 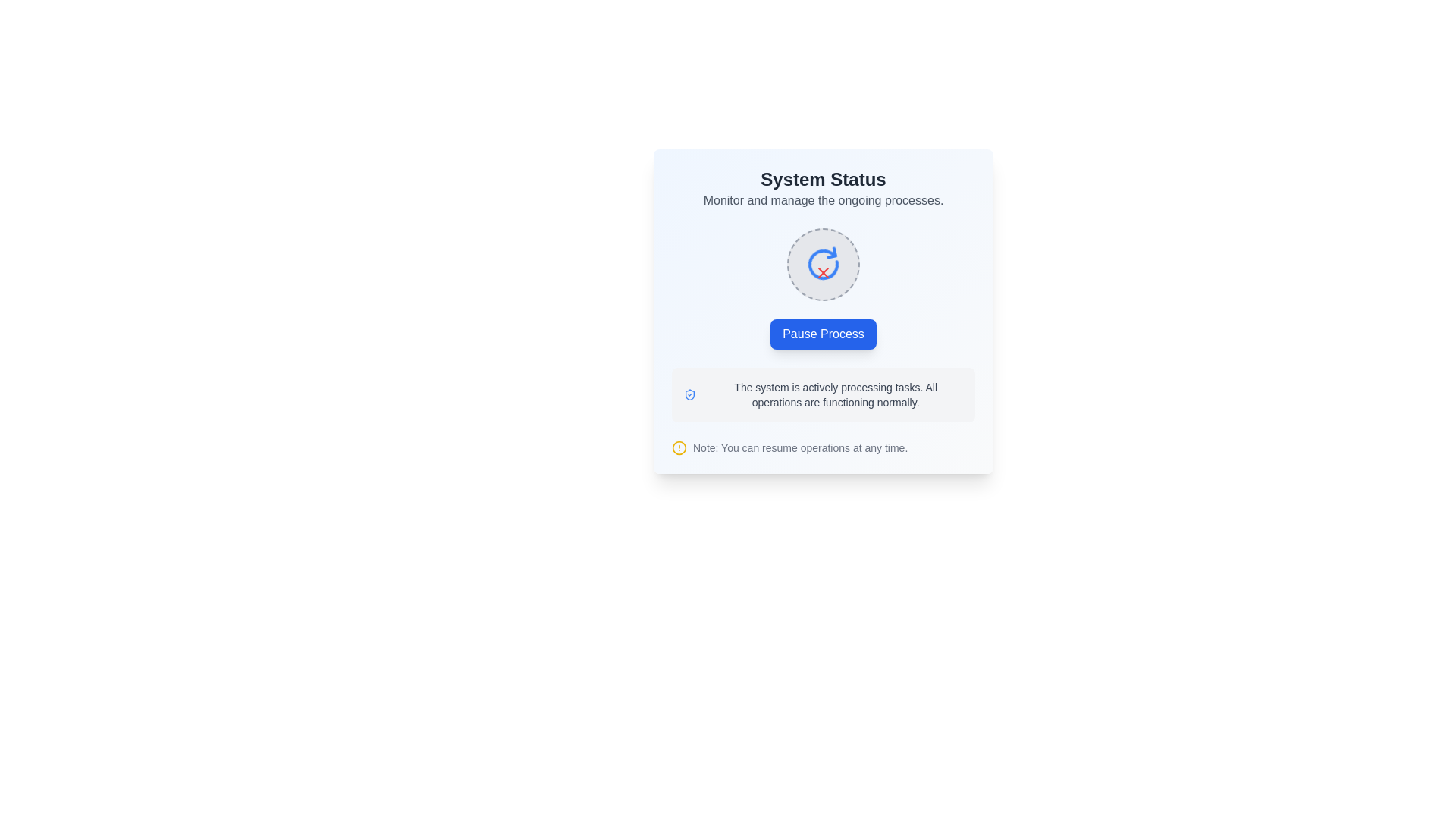 What do you see at coordinates (679, 447) in the screenshot?
I see `the circular alert icon with a yellow outline and transparent center, located at the bottom-left corner of a status card interface` at bounding box center [679, 447].